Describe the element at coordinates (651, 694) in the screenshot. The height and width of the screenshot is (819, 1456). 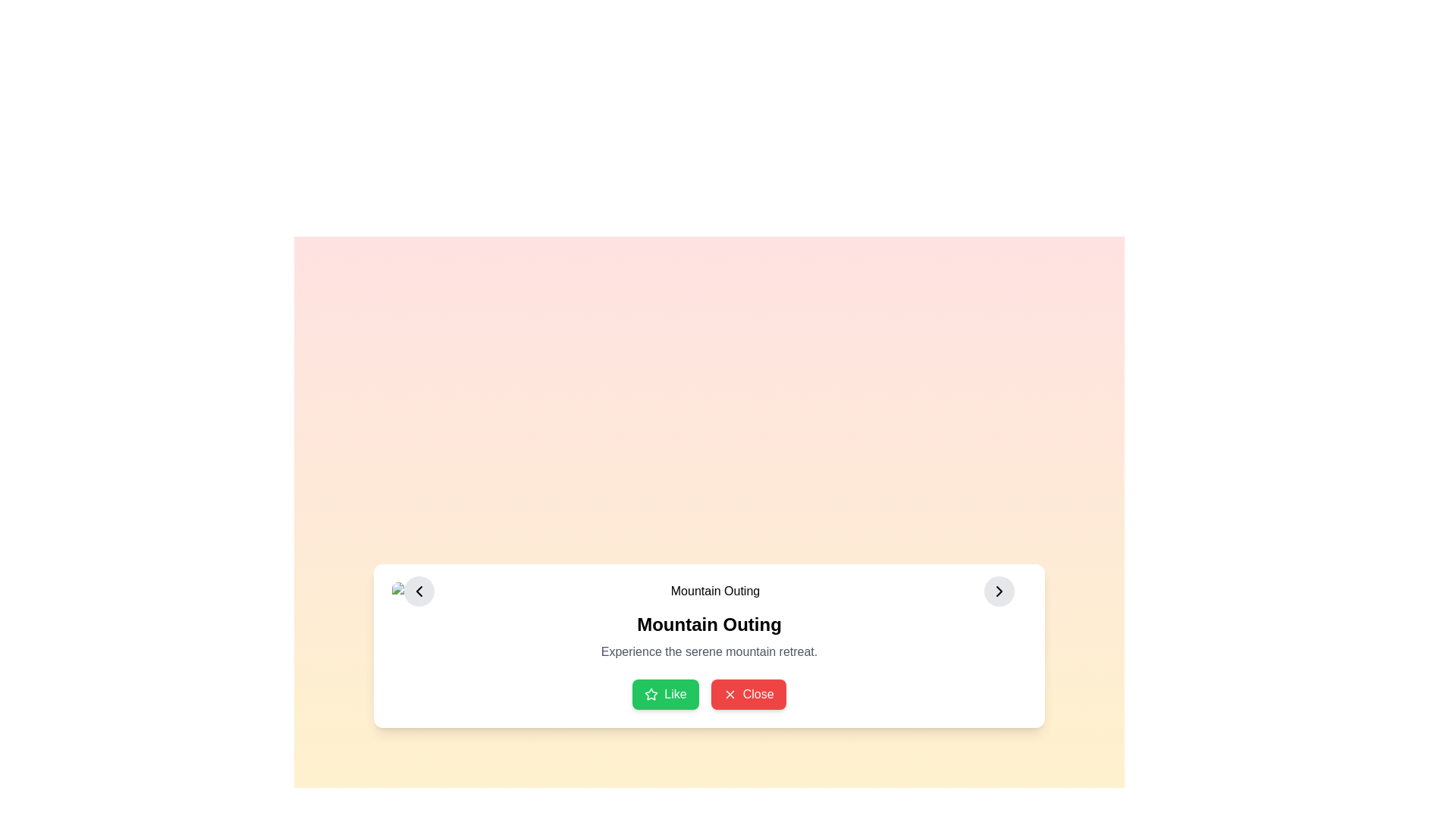
I see `the decorative star icon within the green 'Like' button, which is located to the left of the red 'Close' button in a horizontally aligned button group near the bottom of a centered card component` at that location.